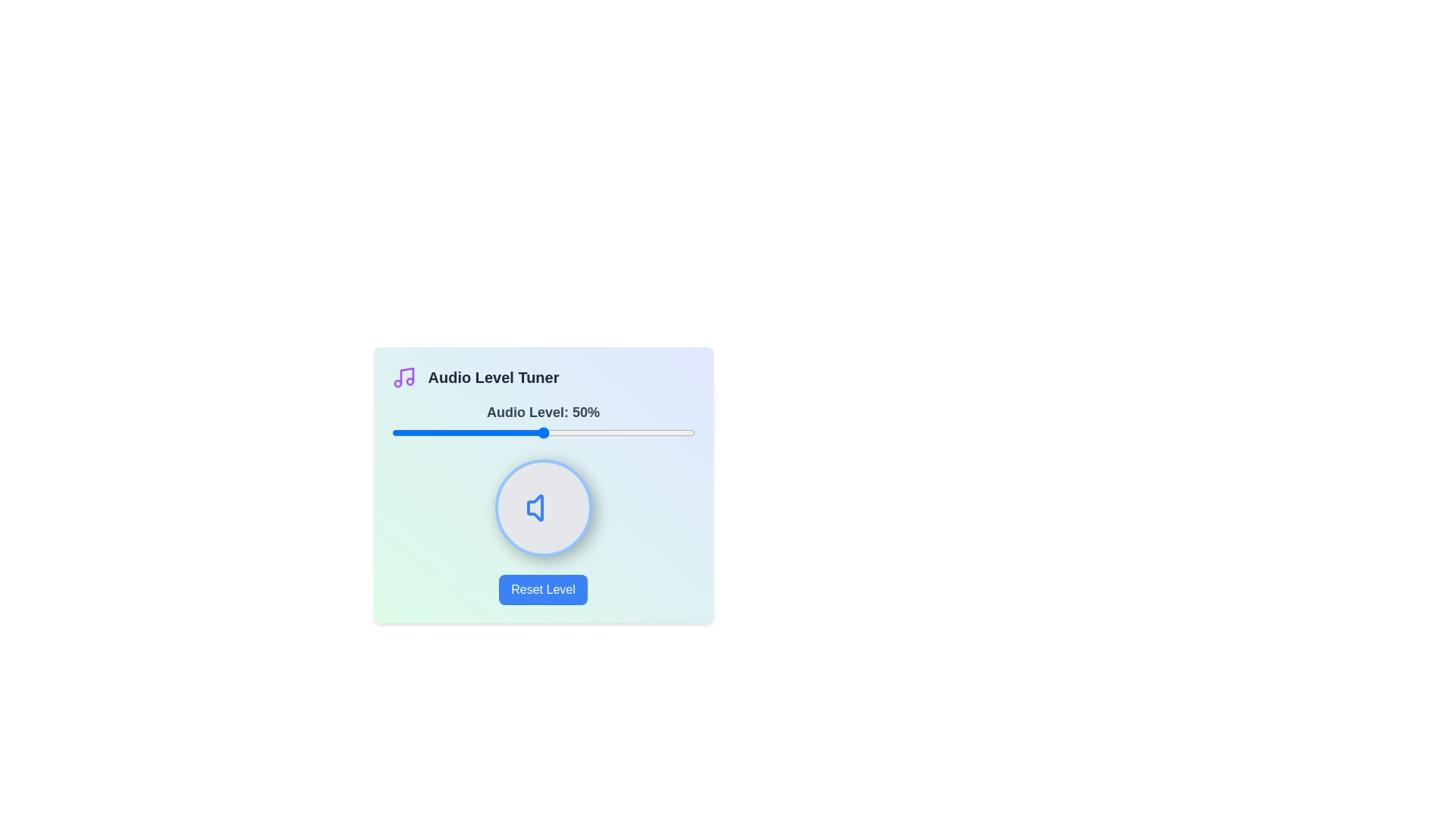 The width and height of the screenshot is (1456, 819). I want to click on the audio level to 28% by dragging the slider, so click(475, 432).